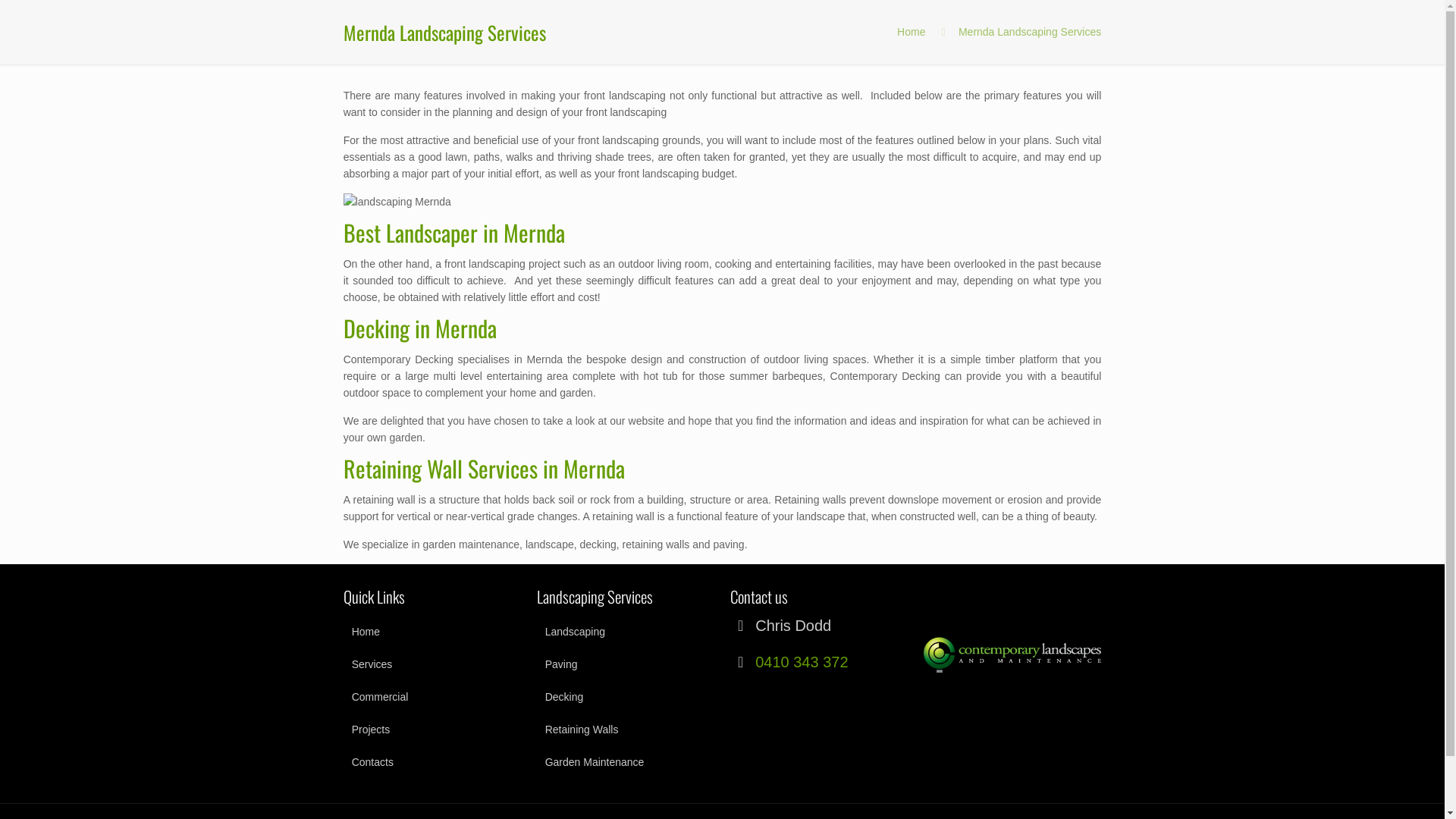 The height and width of the screenshot is (819, 1456). What do you see at coordinates (910, 32) in the screenshot?
I see `'Home'` at bounding box center [910, 32].